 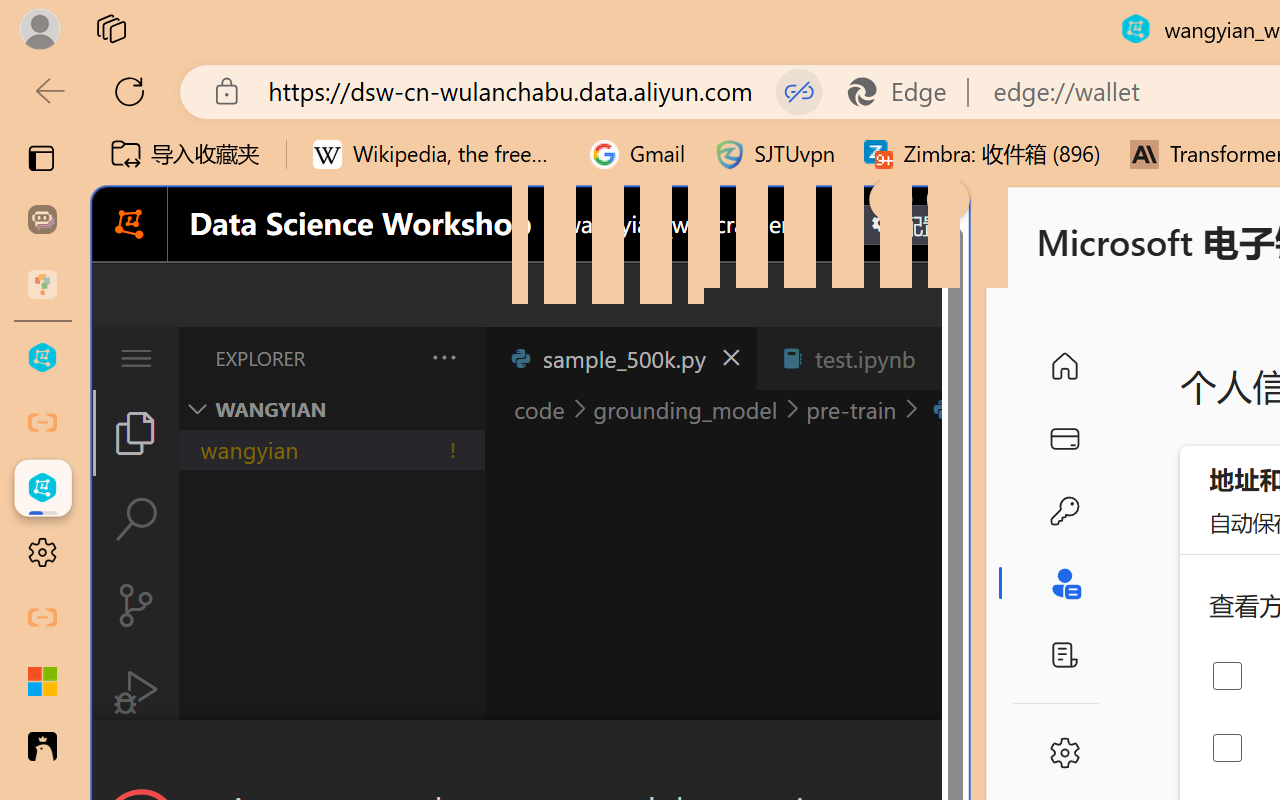 What do you see at coordinates (42, 682) in the screenshot?
I see `'Microsoft security help and learning'` at bounding box center [42, 682].